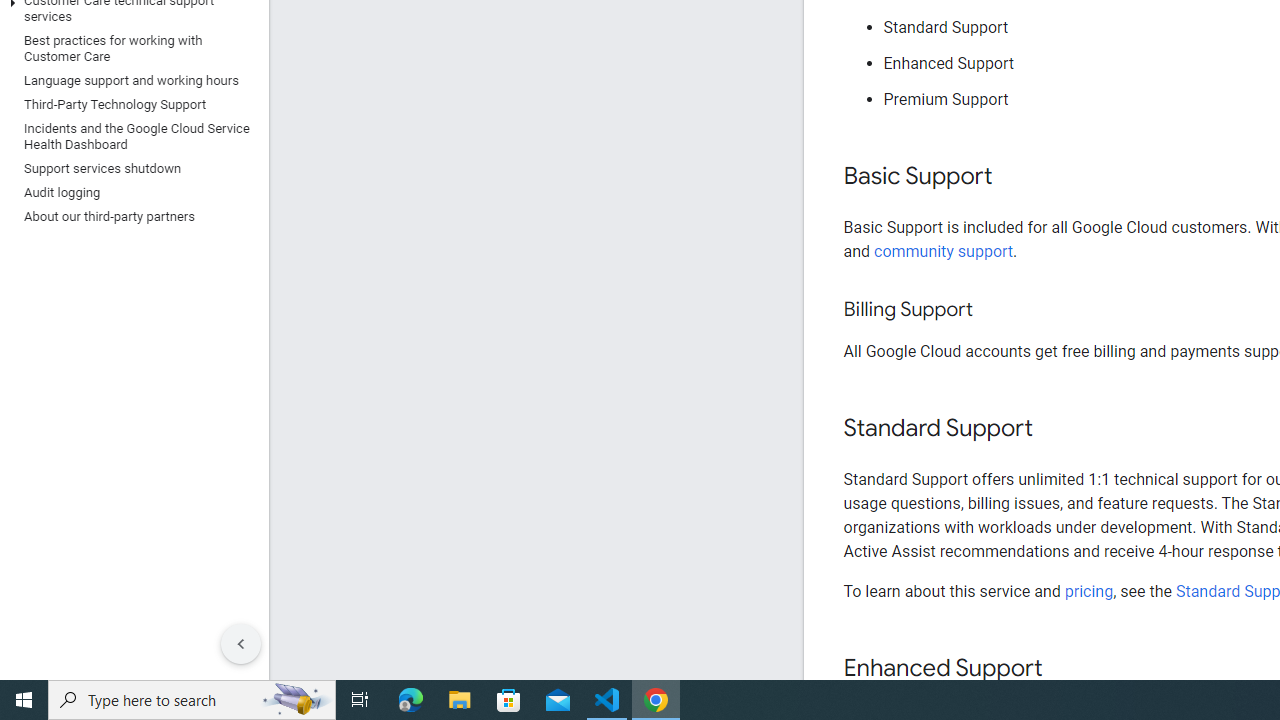 The height and width of the screenshot is (720, 1280). What do you see at coordinates (129, 104) in the screenshot?
I see `'Third-Party Technology Support'` at bounding box center [129, 104].